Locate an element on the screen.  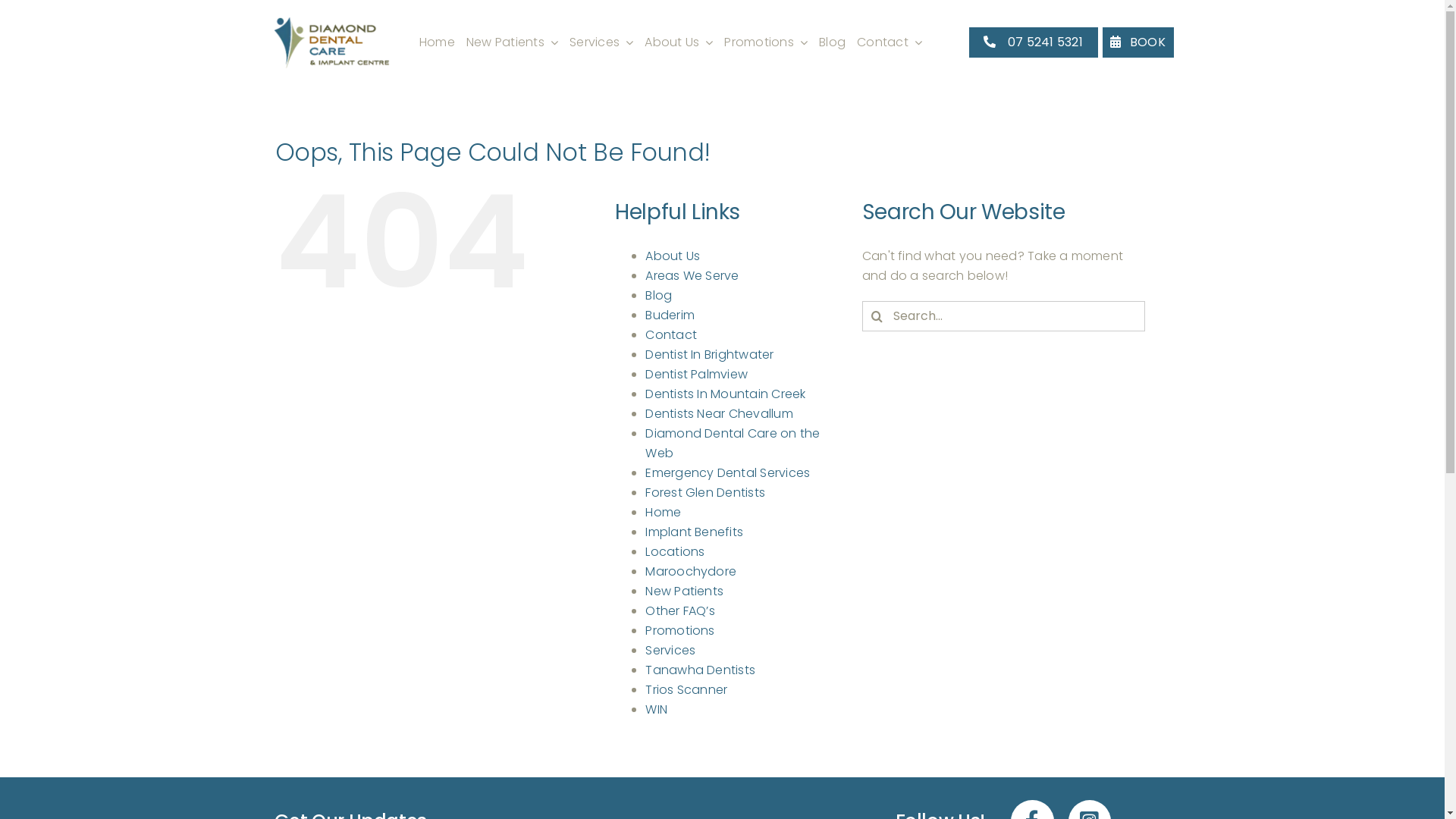
'New Patients' is located at coordinates (512, 42).